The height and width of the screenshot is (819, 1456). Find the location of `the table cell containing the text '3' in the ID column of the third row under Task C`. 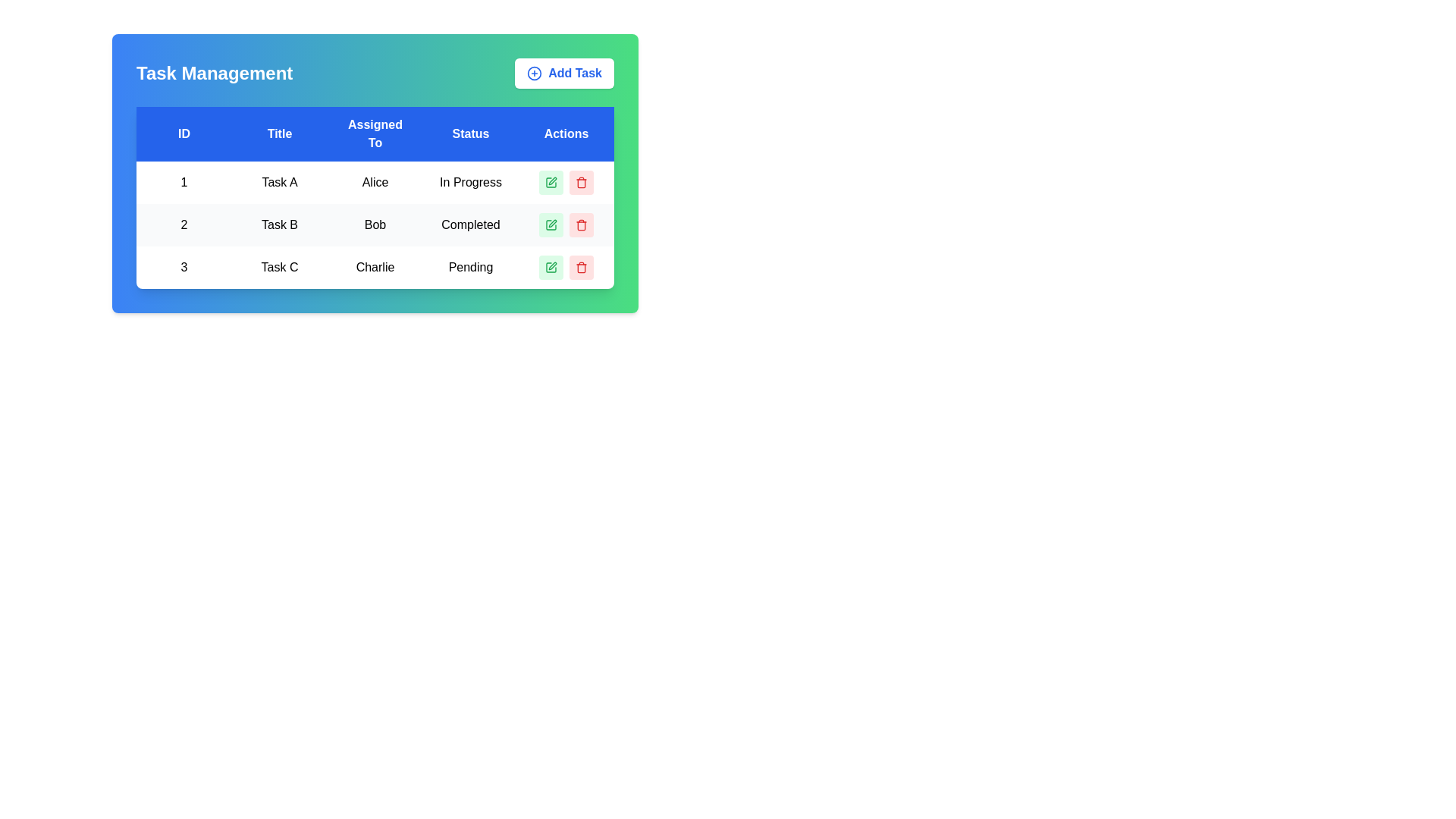

the table cell containing the text '3' in the ID column of the third row under Task C is located at coordinates (184, 267).